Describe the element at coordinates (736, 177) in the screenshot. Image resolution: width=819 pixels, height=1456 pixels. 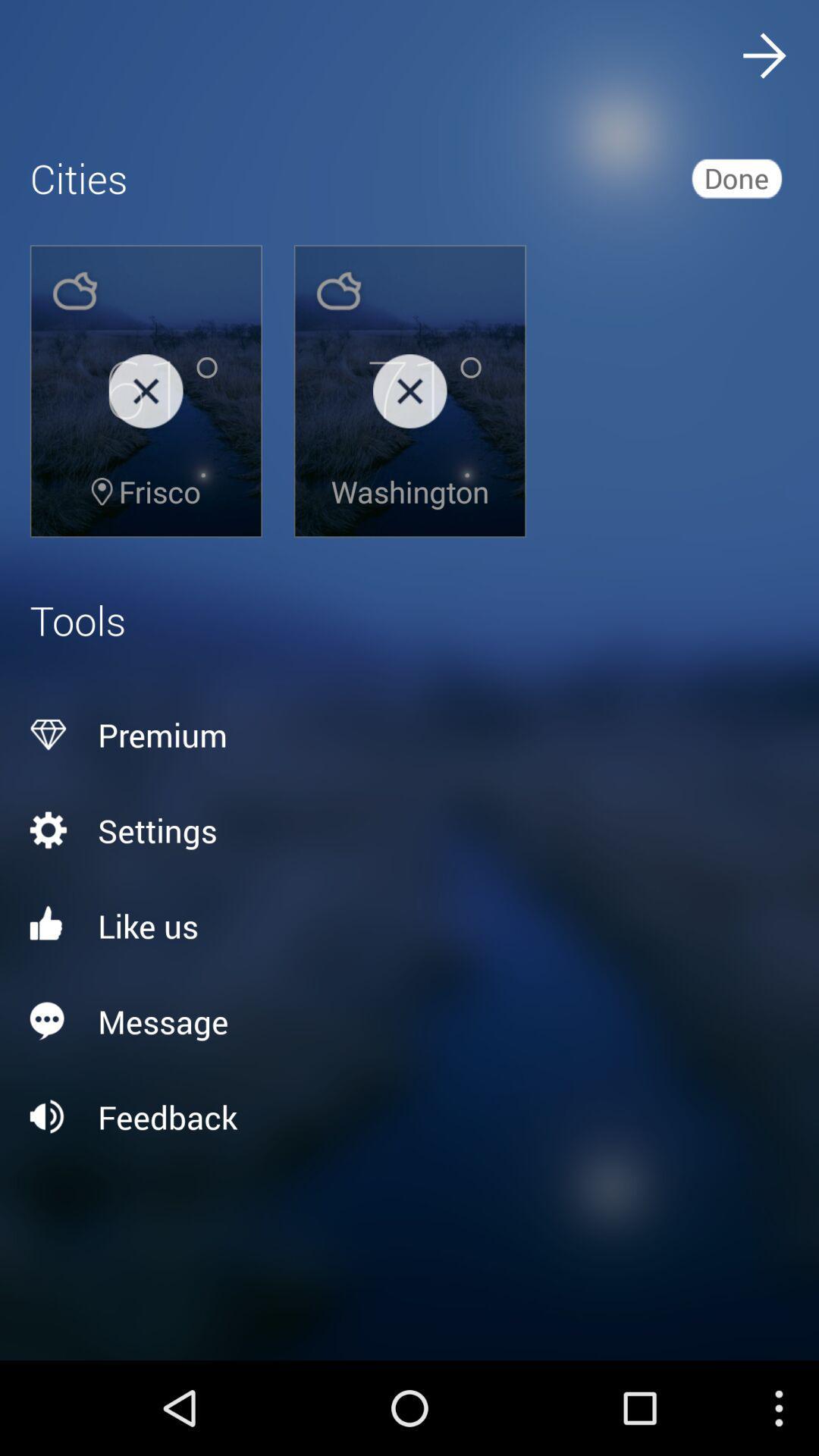
I see `the icon above premium` at that location.